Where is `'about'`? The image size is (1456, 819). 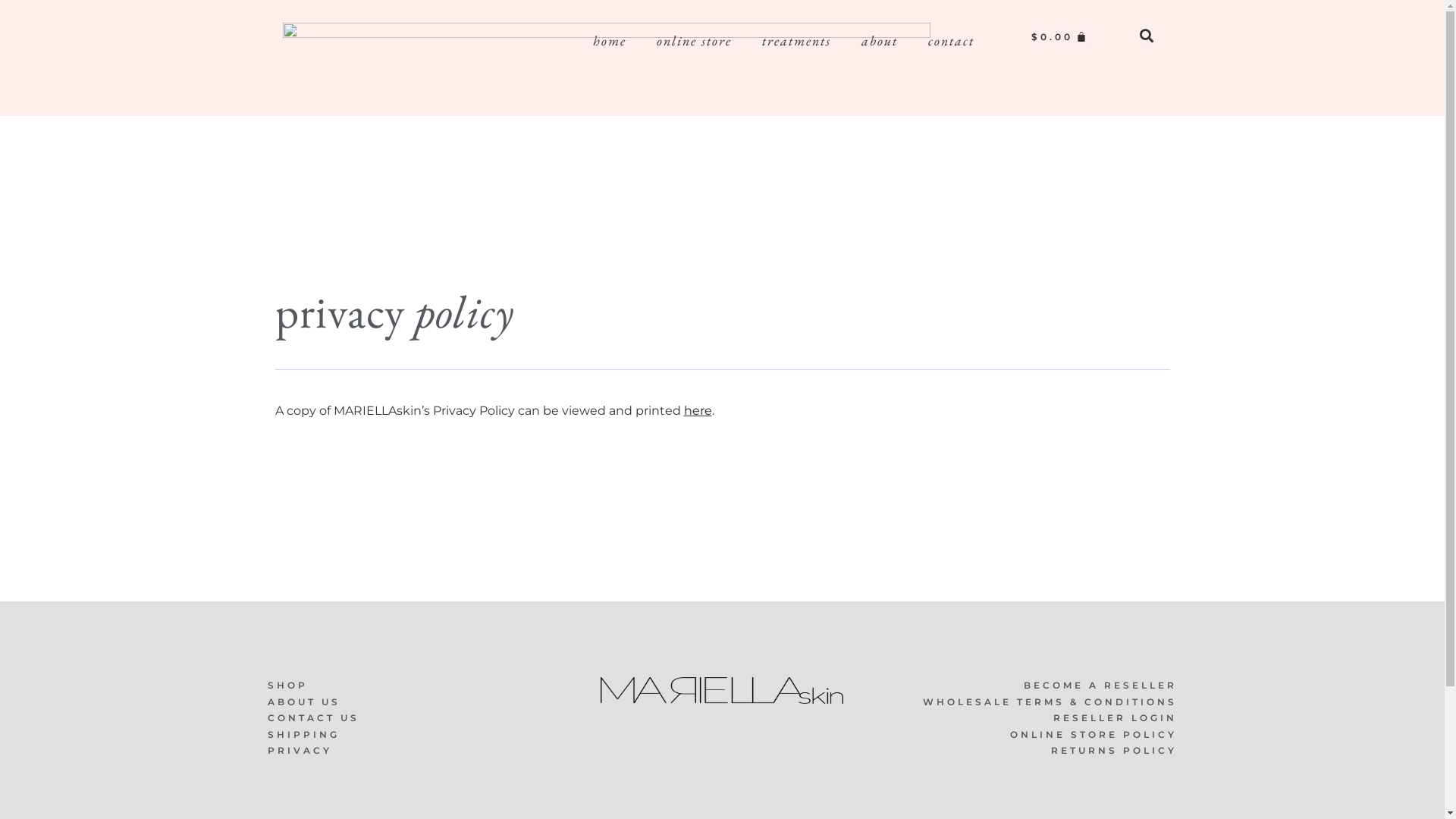
'about' is located at coordinates (880, 40).